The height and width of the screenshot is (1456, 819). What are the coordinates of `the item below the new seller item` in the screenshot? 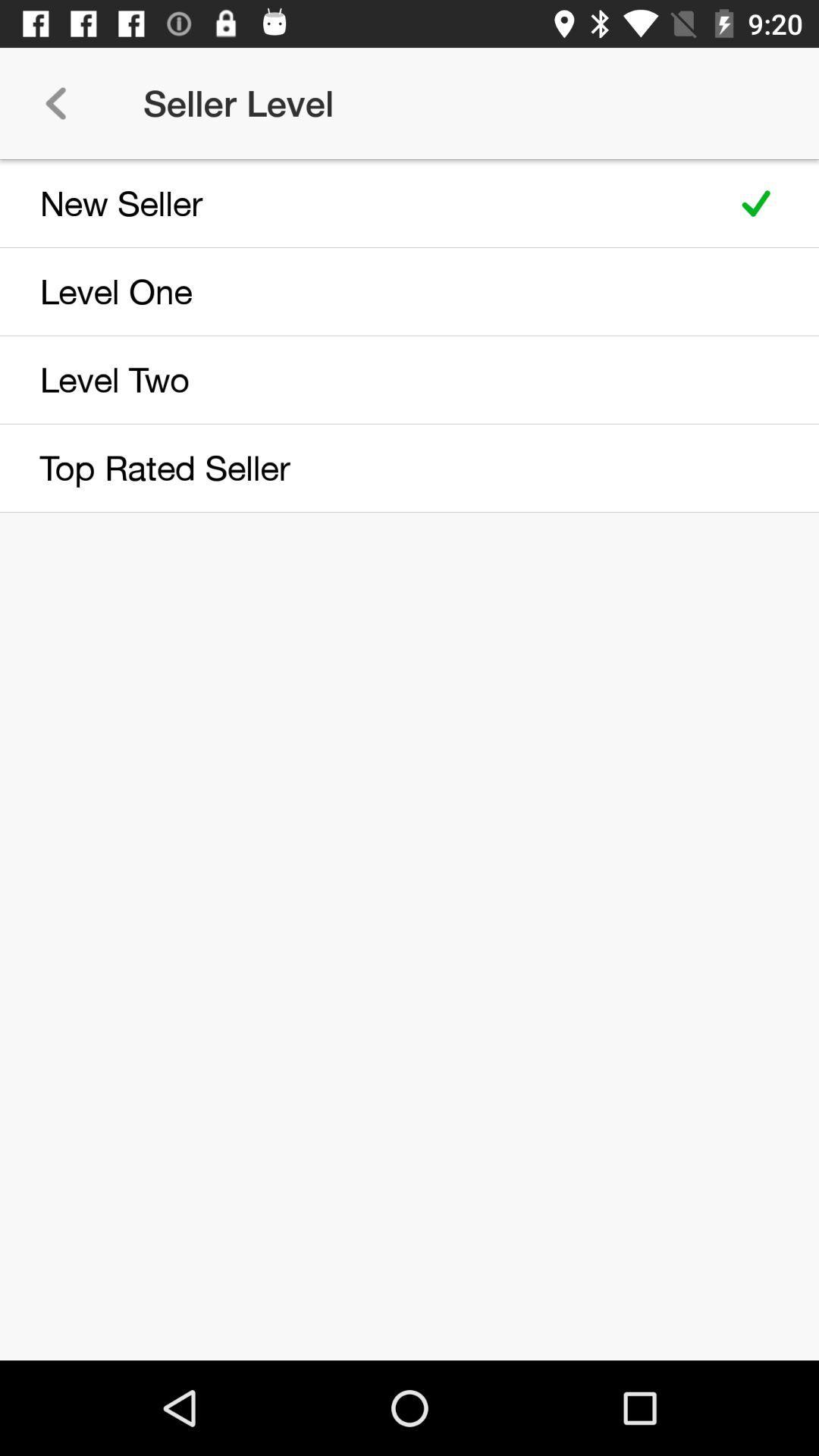 It's located at (358, 291).